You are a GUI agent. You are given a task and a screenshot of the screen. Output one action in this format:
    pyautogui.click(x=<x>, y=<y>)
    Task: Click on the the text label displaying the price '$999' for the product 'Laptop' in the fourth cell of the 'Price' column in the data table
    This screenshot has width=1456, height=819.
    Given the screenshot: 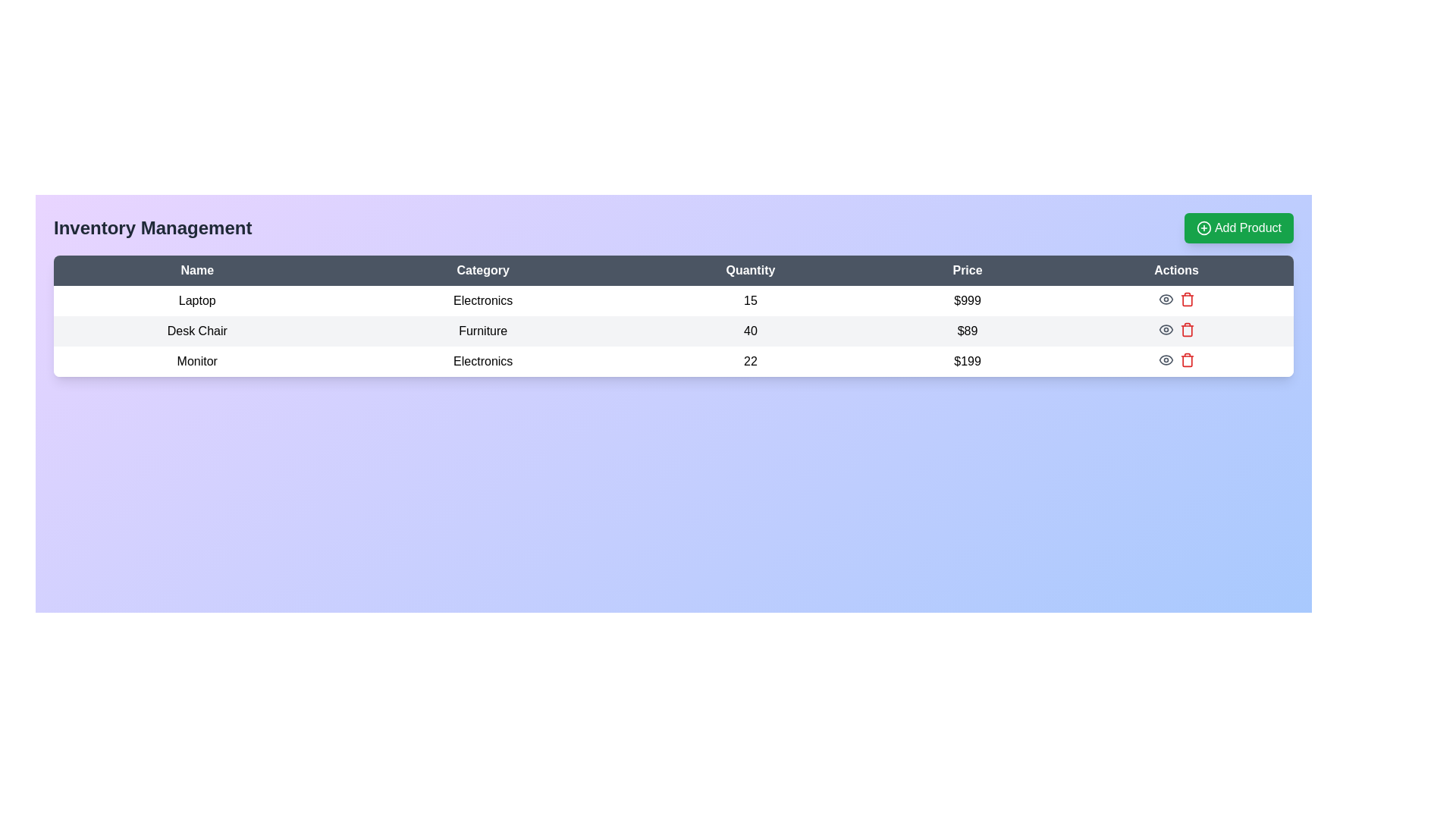 What is the action you would take?
    pyautogui.click(x=967, y=301)
    